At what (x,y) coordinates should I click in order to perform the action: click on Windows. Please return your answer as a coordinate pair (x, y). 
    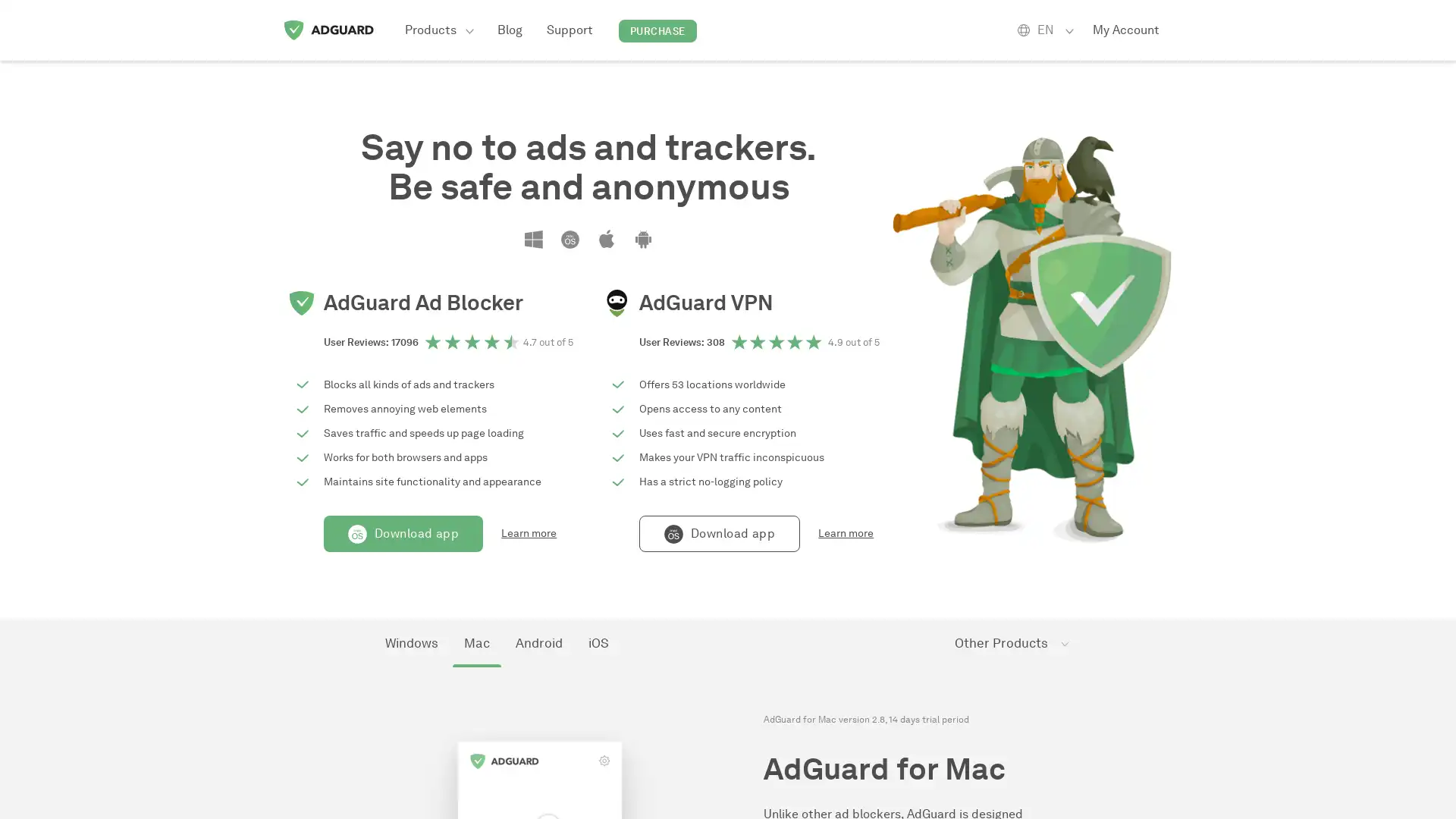
    Looking at the image, I should click on (411, 643).